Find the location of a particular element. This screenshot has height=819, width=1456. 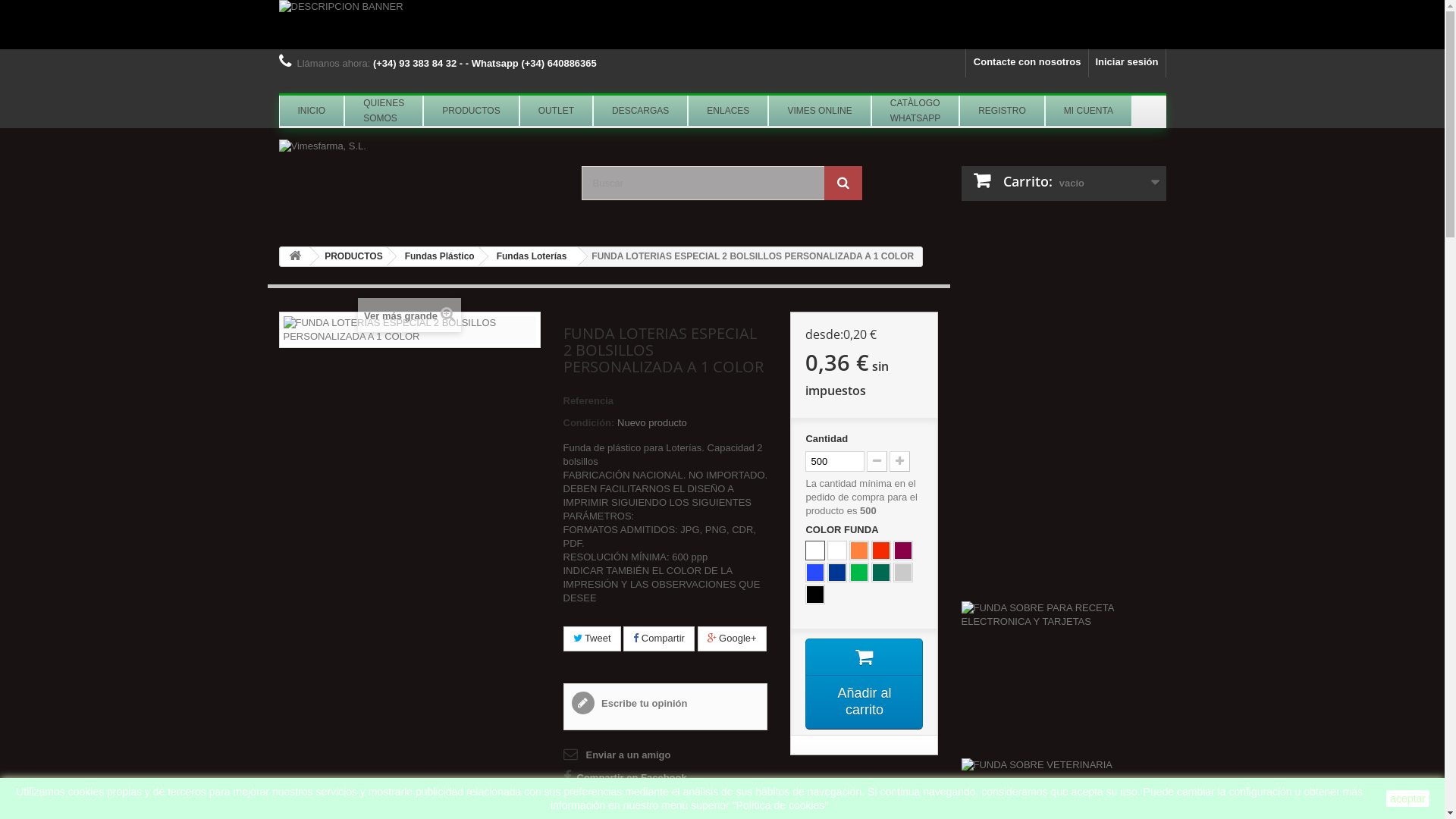

'Volver a Inicio' is located at coordinates (280, 256).